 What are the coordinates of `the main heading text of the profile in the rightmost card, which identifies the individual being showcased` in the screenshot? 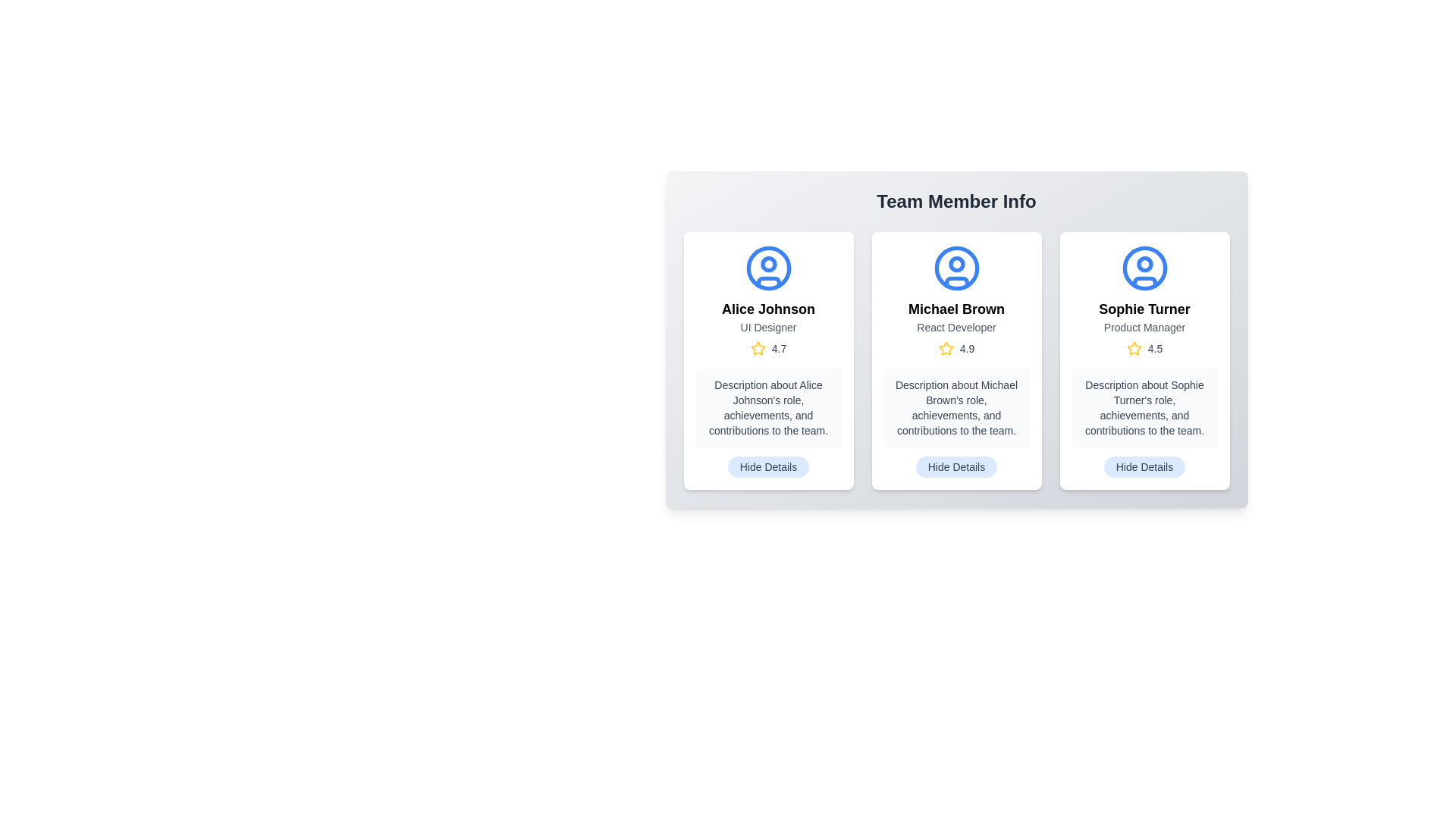 It's located at (1144, 309).